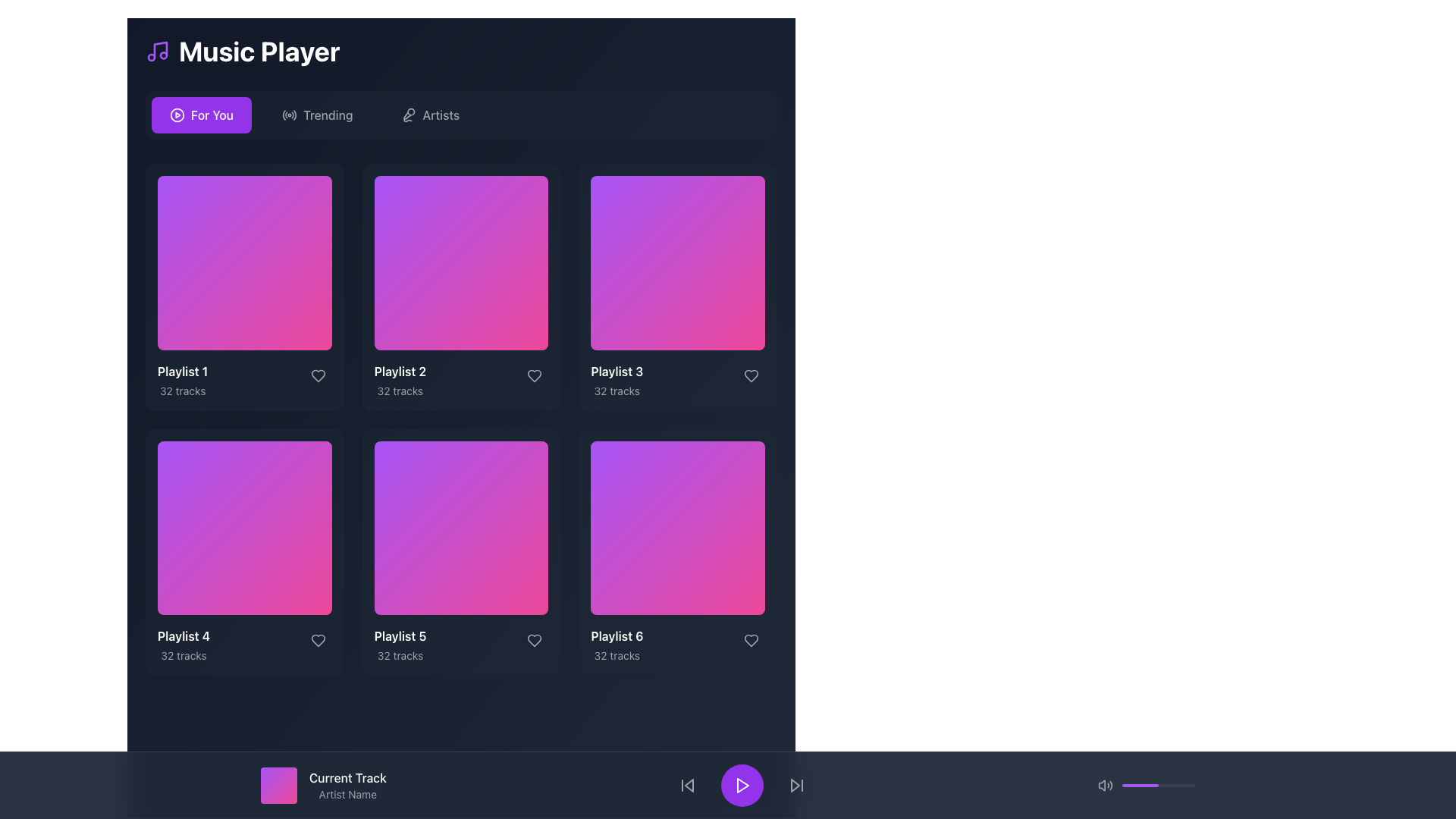  I want to click on the label display for 'Playlist 6' which is located at the bottom-right corner of the grid in the Music Player application, so click(617, 645).